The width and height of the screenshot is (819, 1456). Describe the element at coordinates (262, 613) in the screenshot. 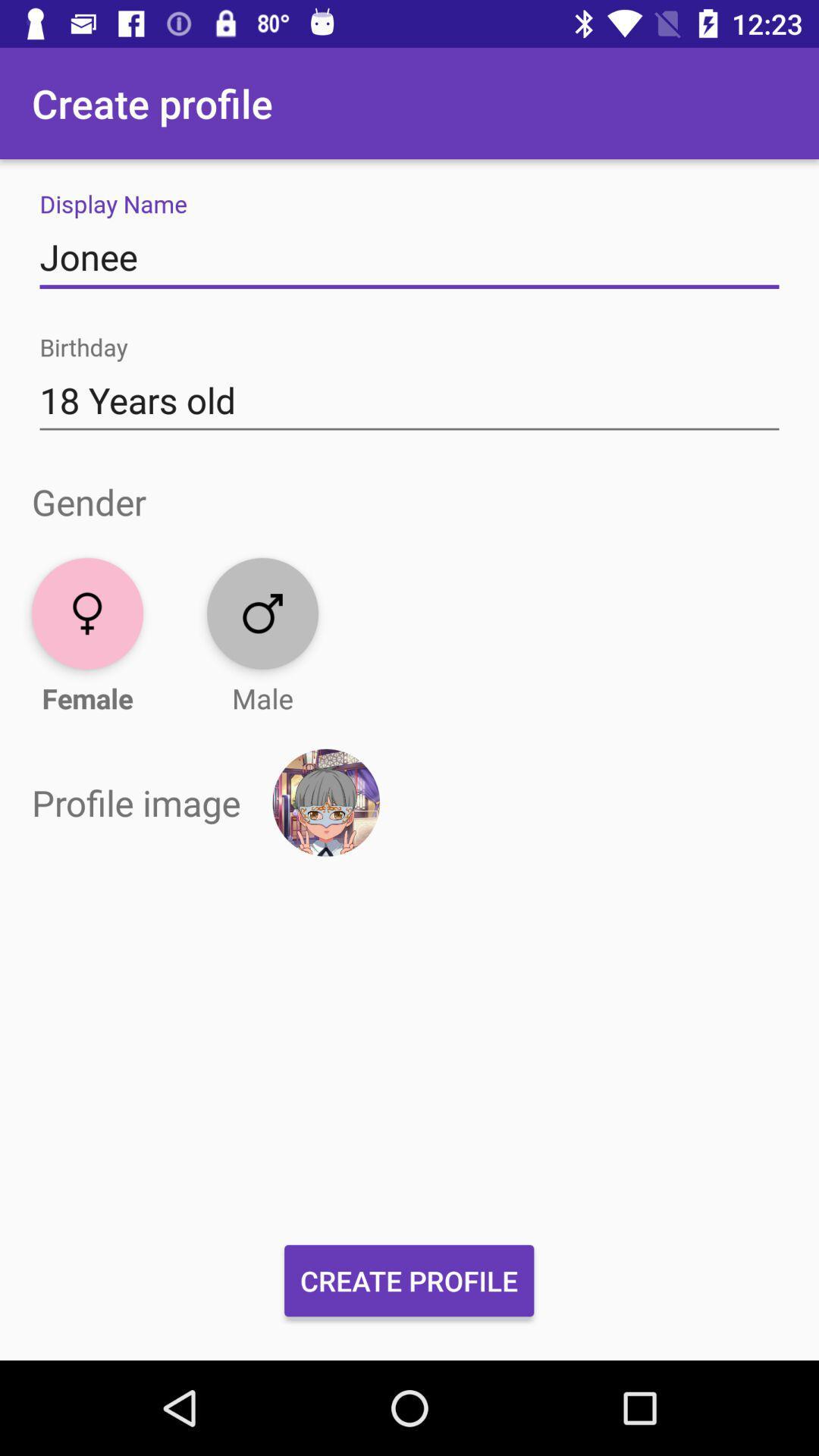

I see `male icon` at that location.